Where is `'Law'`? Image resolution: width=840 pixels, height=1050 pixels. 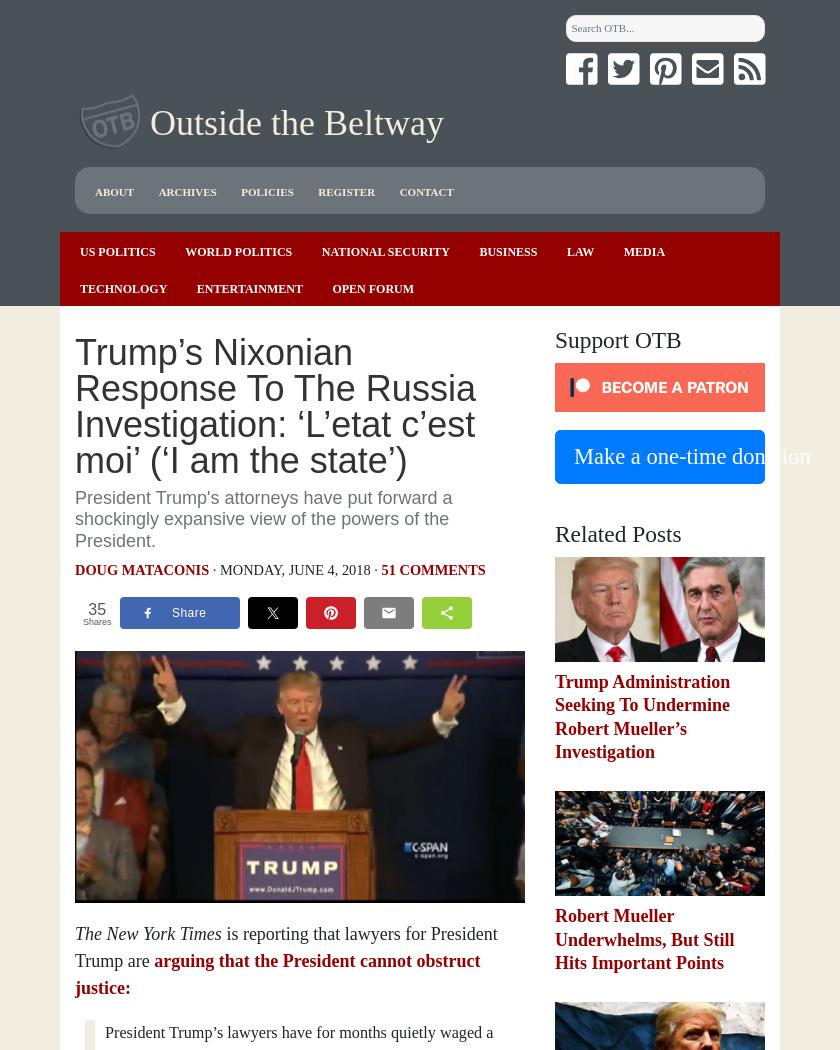 'Law' is located at coordinates (580, 250).